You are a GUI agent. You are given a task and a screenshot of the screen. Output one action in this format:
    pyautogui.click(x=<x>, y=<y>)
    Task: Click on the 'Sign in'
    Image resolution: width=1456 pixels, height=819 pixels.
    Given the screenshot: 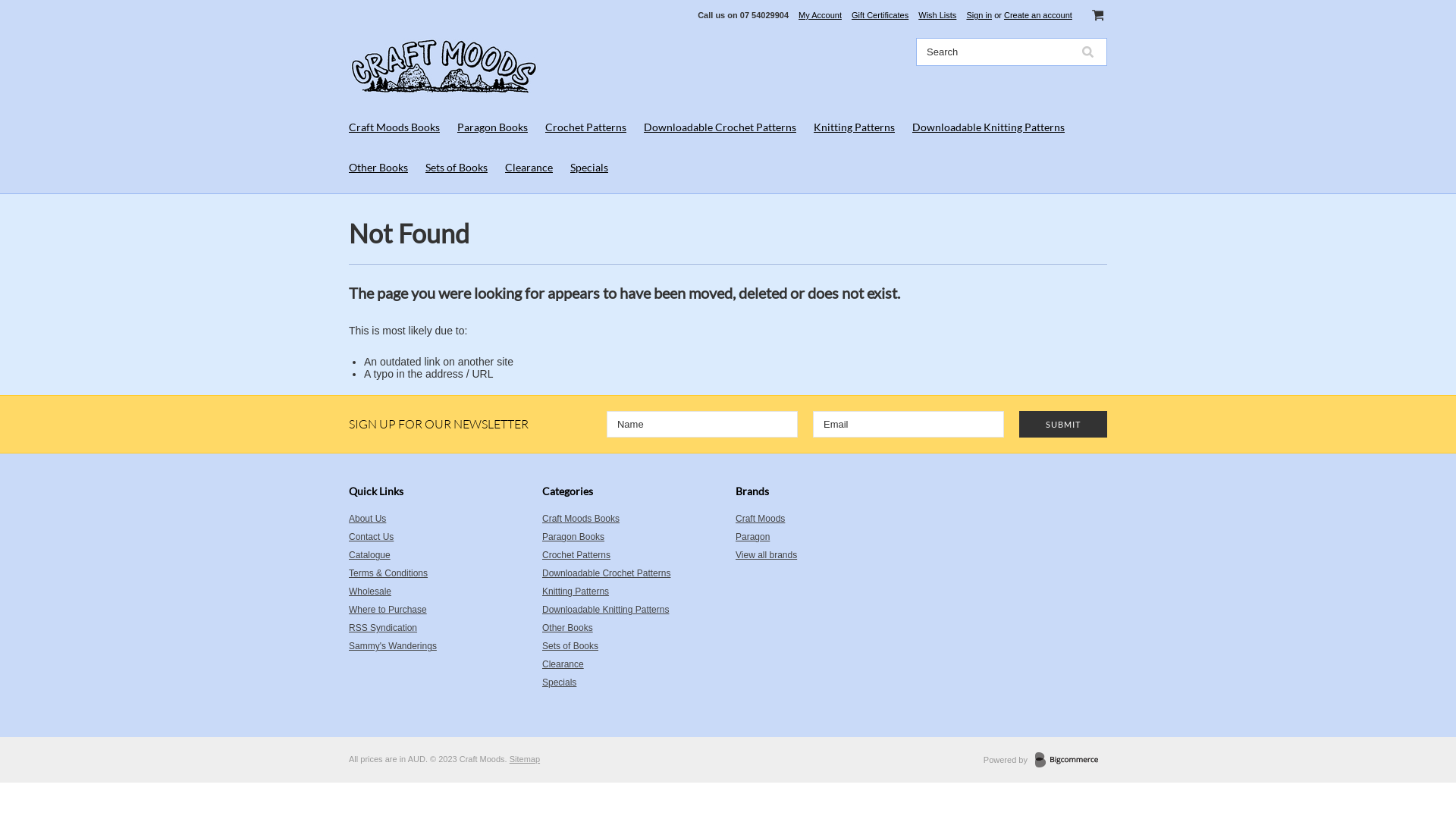 What is the action you would take?
    pyautogui.click(x=979, y=14)
    